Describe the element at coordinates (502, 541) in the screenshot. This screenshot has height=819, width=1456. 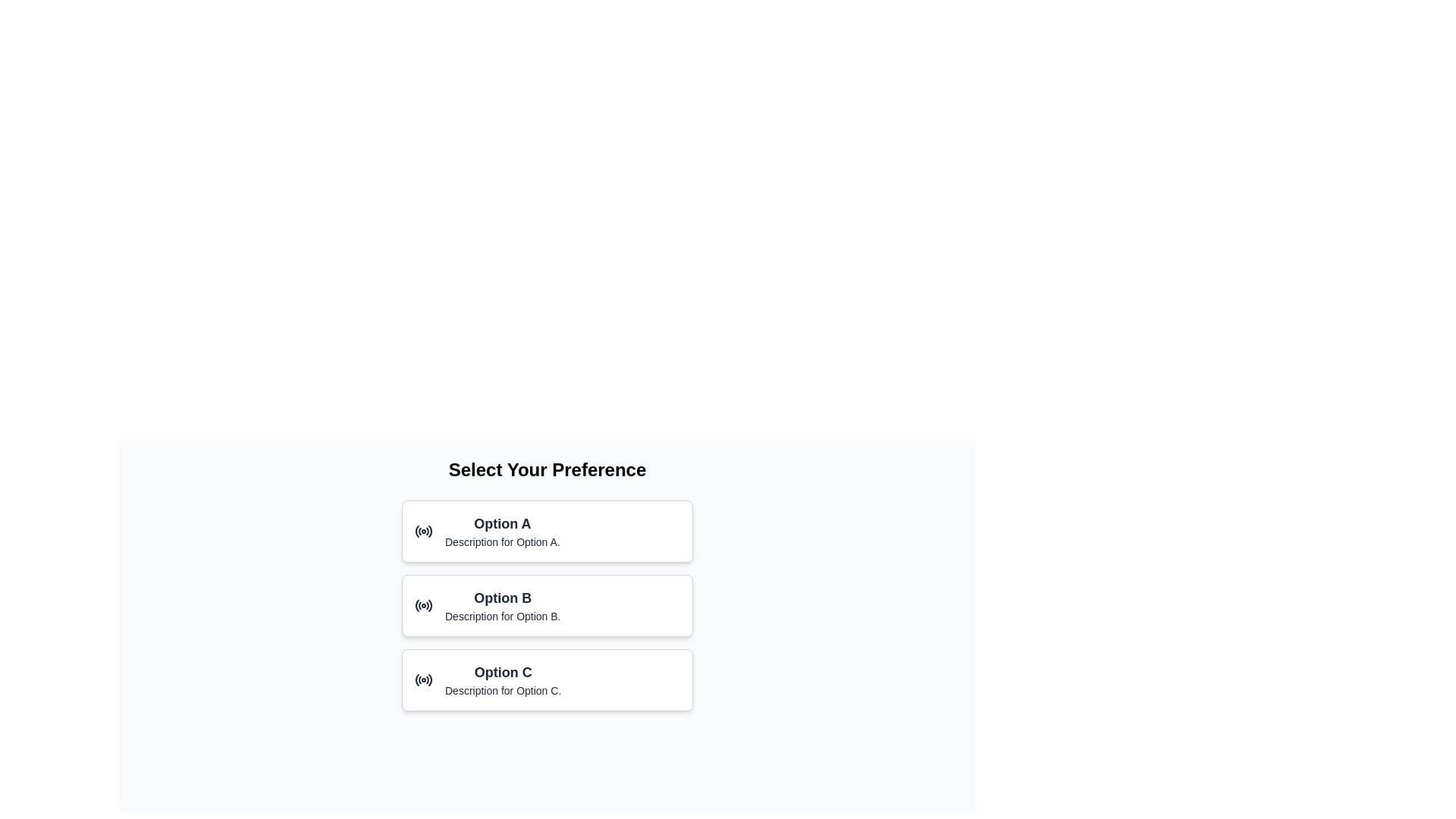
I see `the text block containing 'Description for Option A.' which is located below the title 'Option A' in the card layout` at that location.